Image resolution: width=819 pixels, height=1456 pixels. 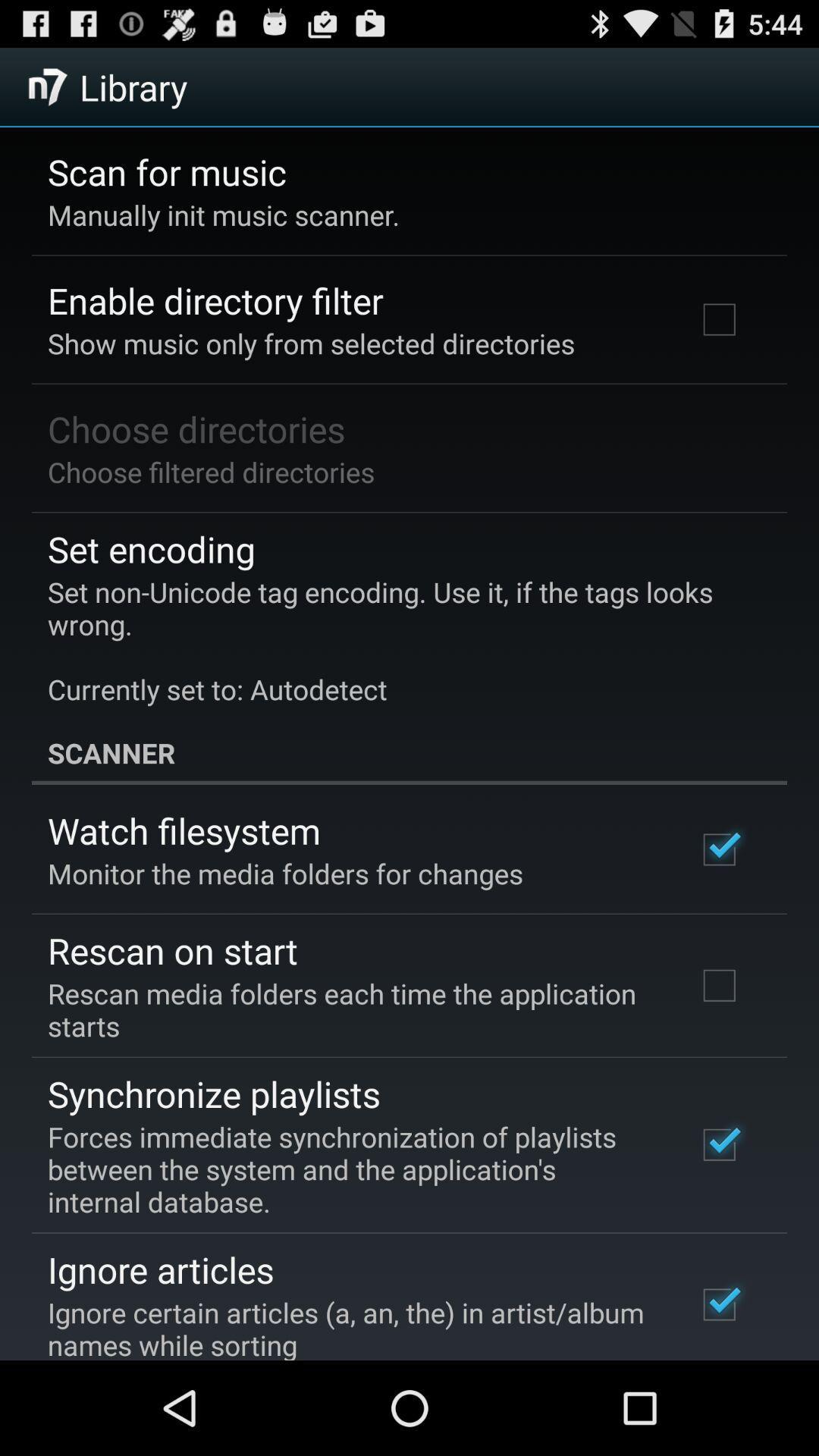 What do you see at coordinates (171, 949) in the screenshot?
I see `the item below monitor the media icon` at bounding box center [171, 949].